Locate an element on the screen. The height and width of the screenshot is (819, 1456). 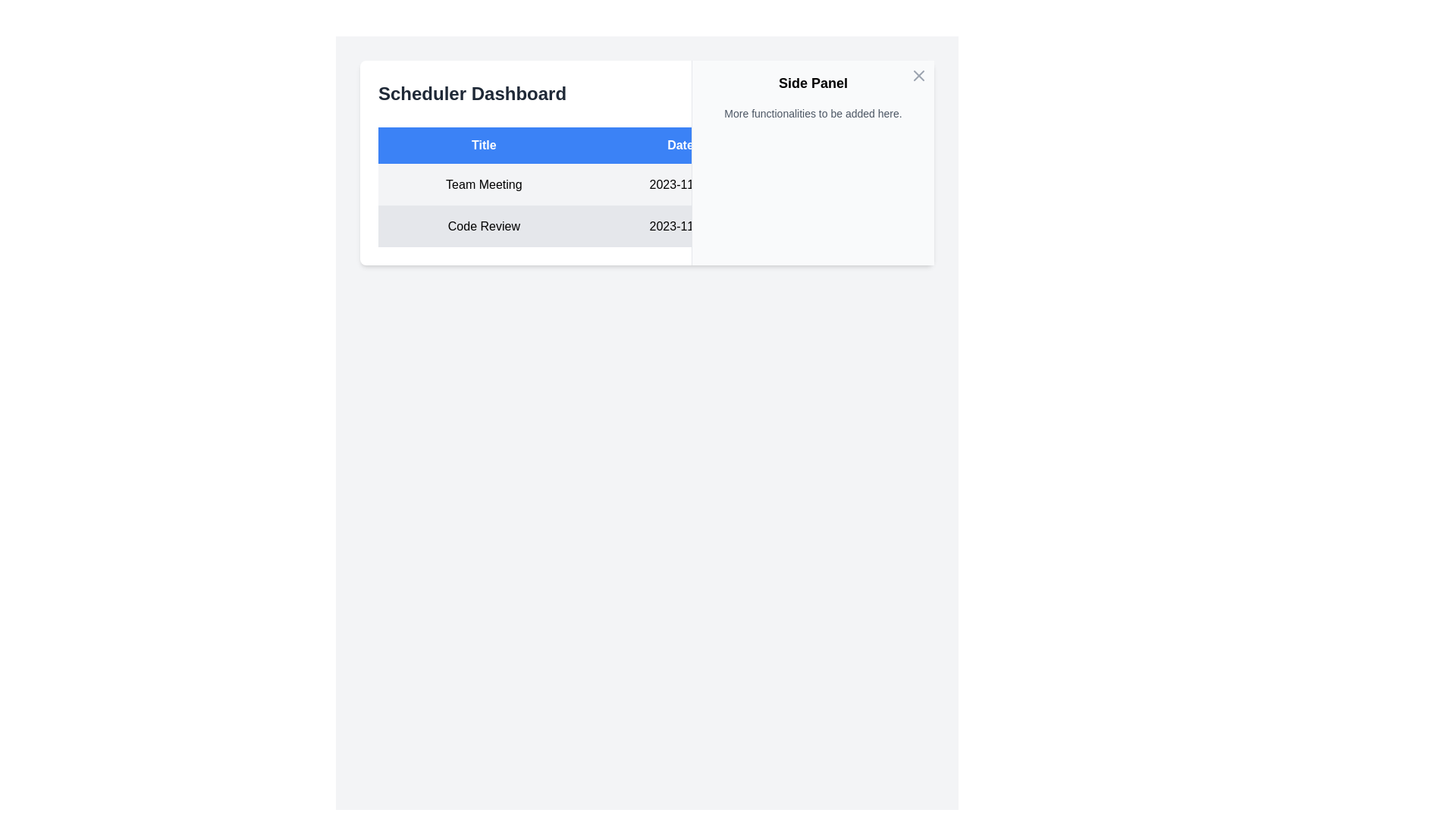
the decorative Circle SVG element located in the top-right corner of the side panel, adjacent to other UI items is located at coordinates (832, 93).